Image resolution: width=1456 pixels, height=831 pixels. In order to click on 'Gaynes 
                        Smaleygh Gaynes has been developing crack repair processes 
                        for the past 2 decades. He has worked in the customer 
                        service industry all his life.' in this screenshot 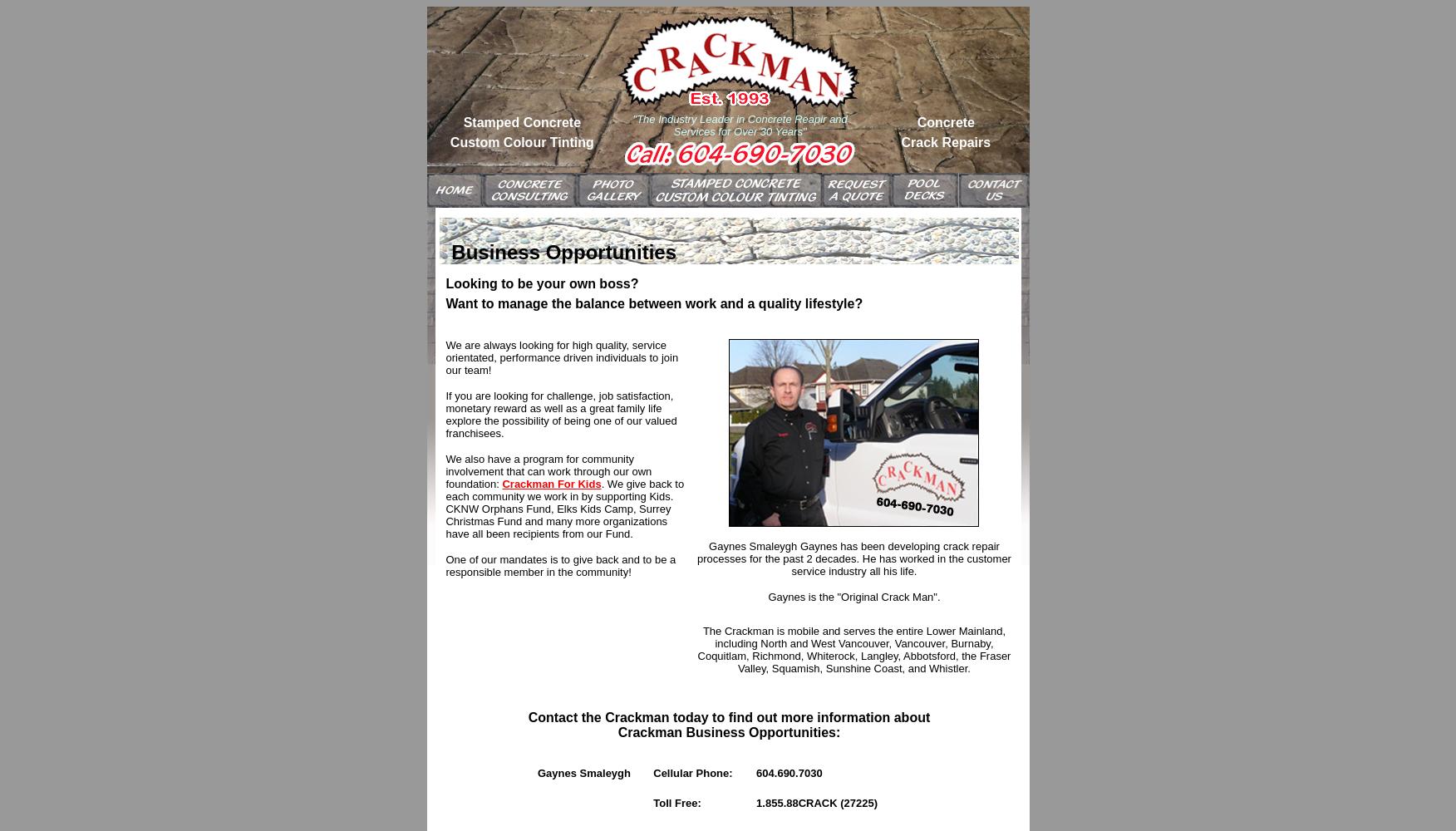, I will do `click(853, 558)`.